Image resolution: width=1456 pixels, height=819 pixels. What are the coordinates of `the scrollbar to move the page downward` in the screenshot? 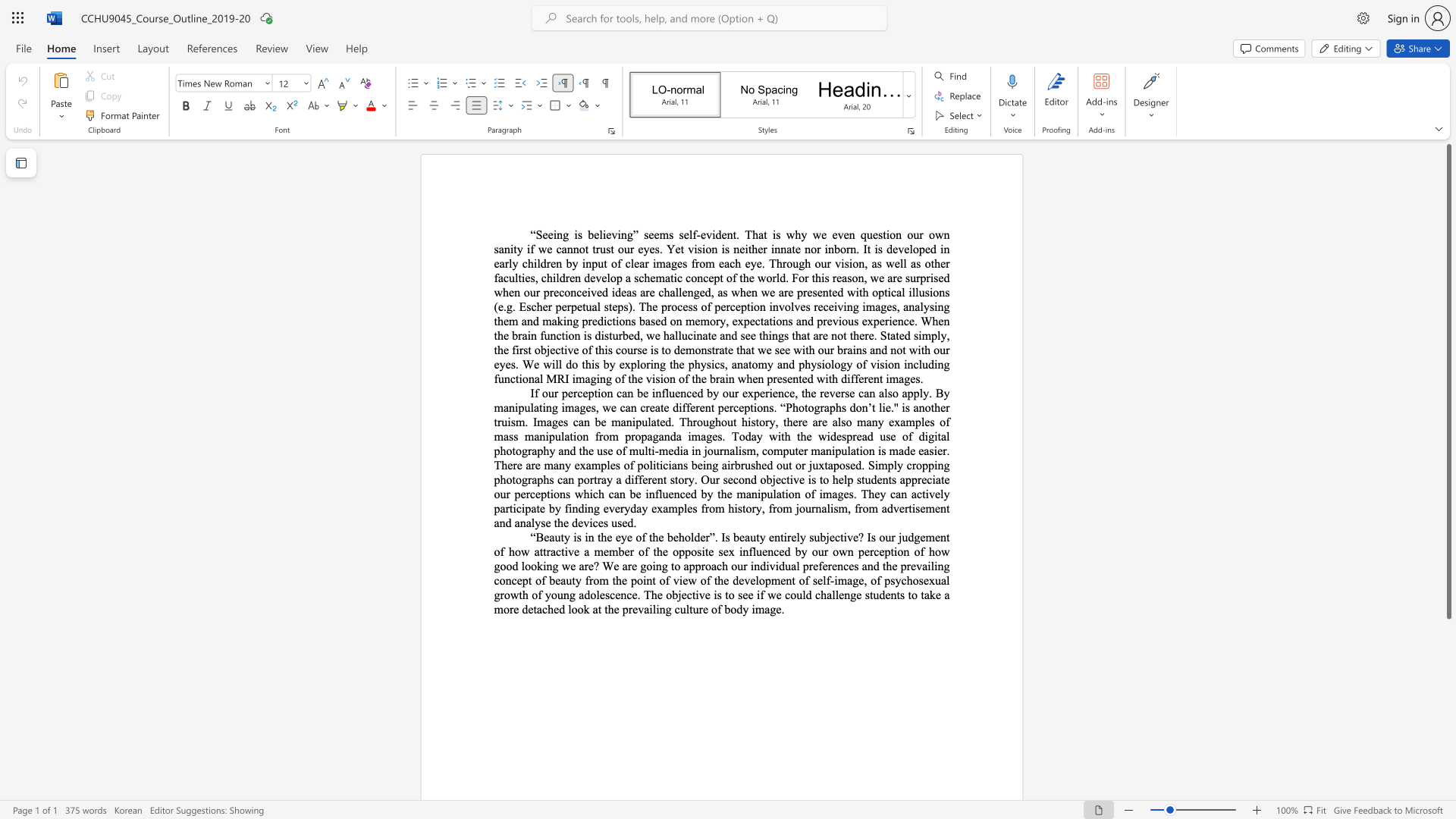 It's located at (1448, 681).